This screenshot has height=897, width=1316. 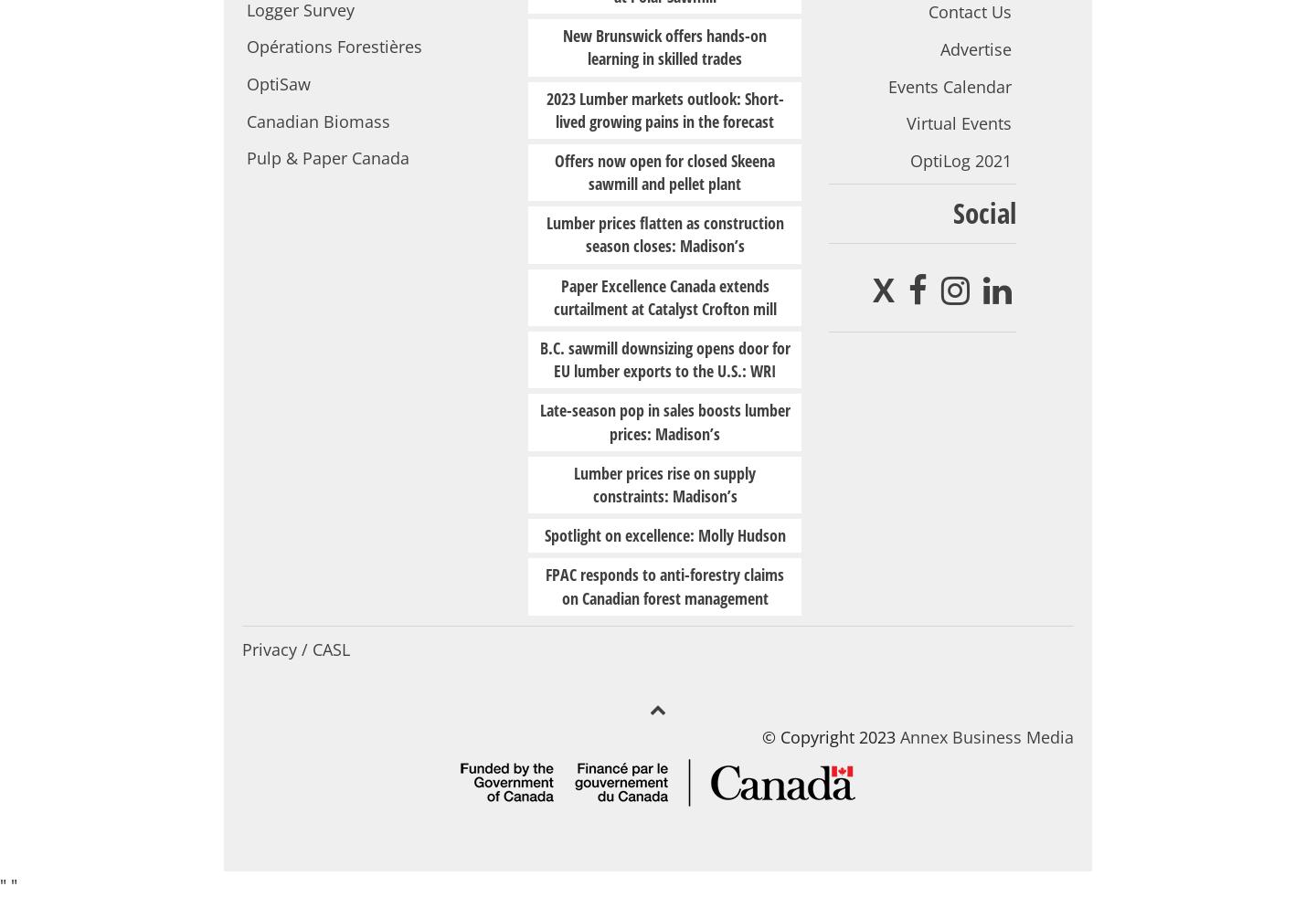 What do you see at coordinates (984, 212) in the screenshot?
I see `'Social'` at bounding box center [984, 212].